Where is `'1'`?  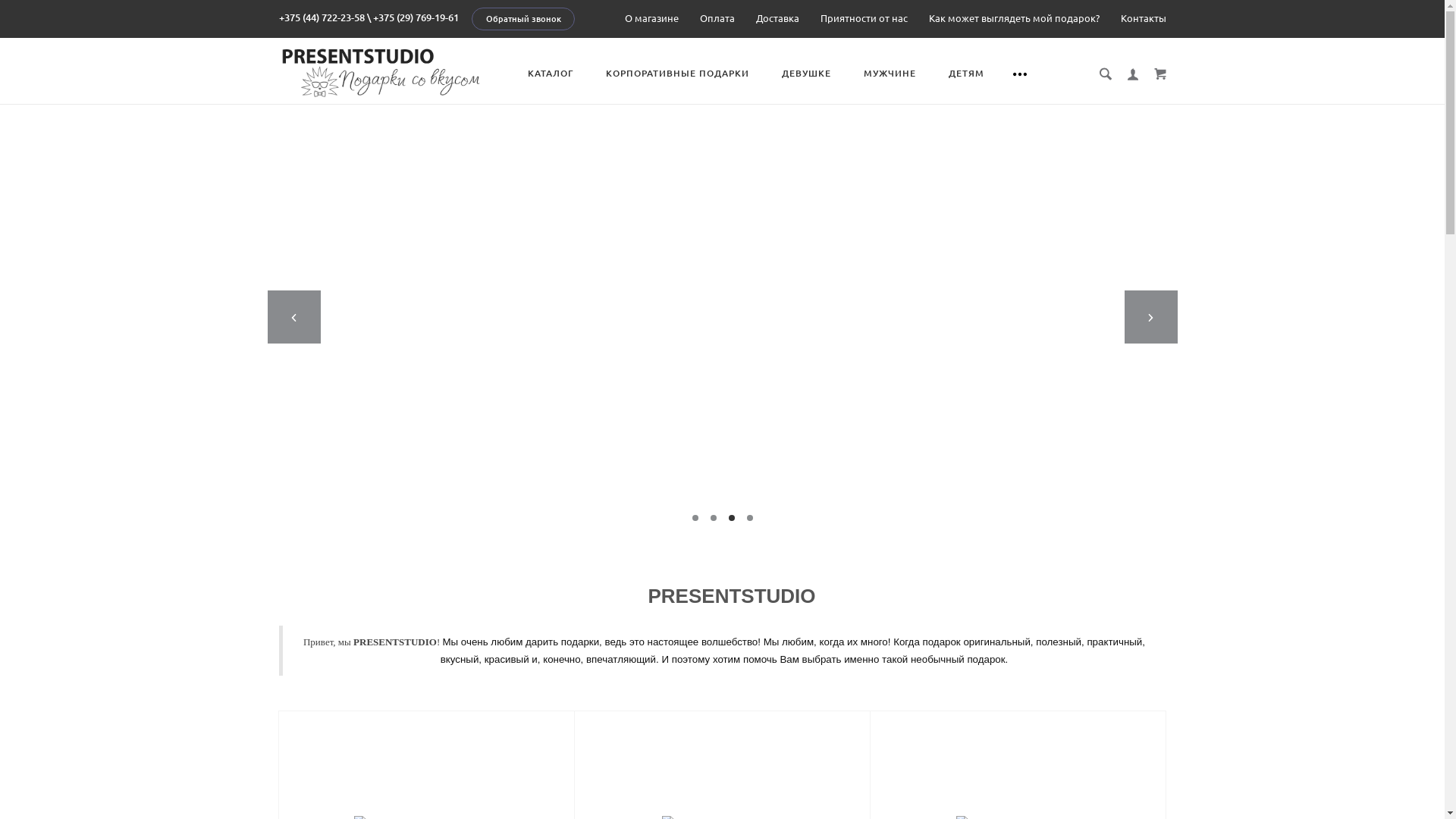 '1' is located at coordinates (694, 516).